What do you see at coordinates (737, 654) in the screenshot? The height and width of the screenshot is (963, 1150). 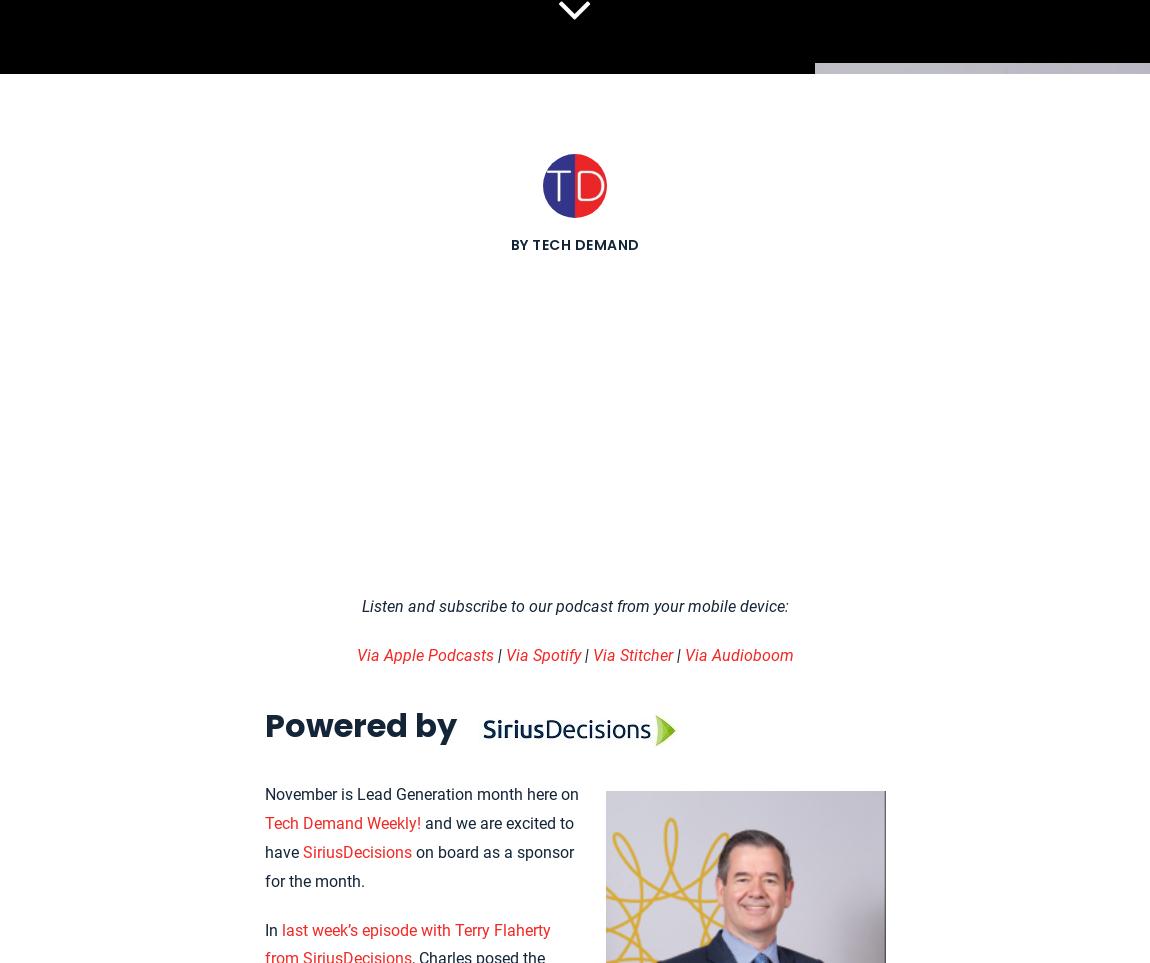 I see `'Via Audioboom'` at bounding box center [737, 654].